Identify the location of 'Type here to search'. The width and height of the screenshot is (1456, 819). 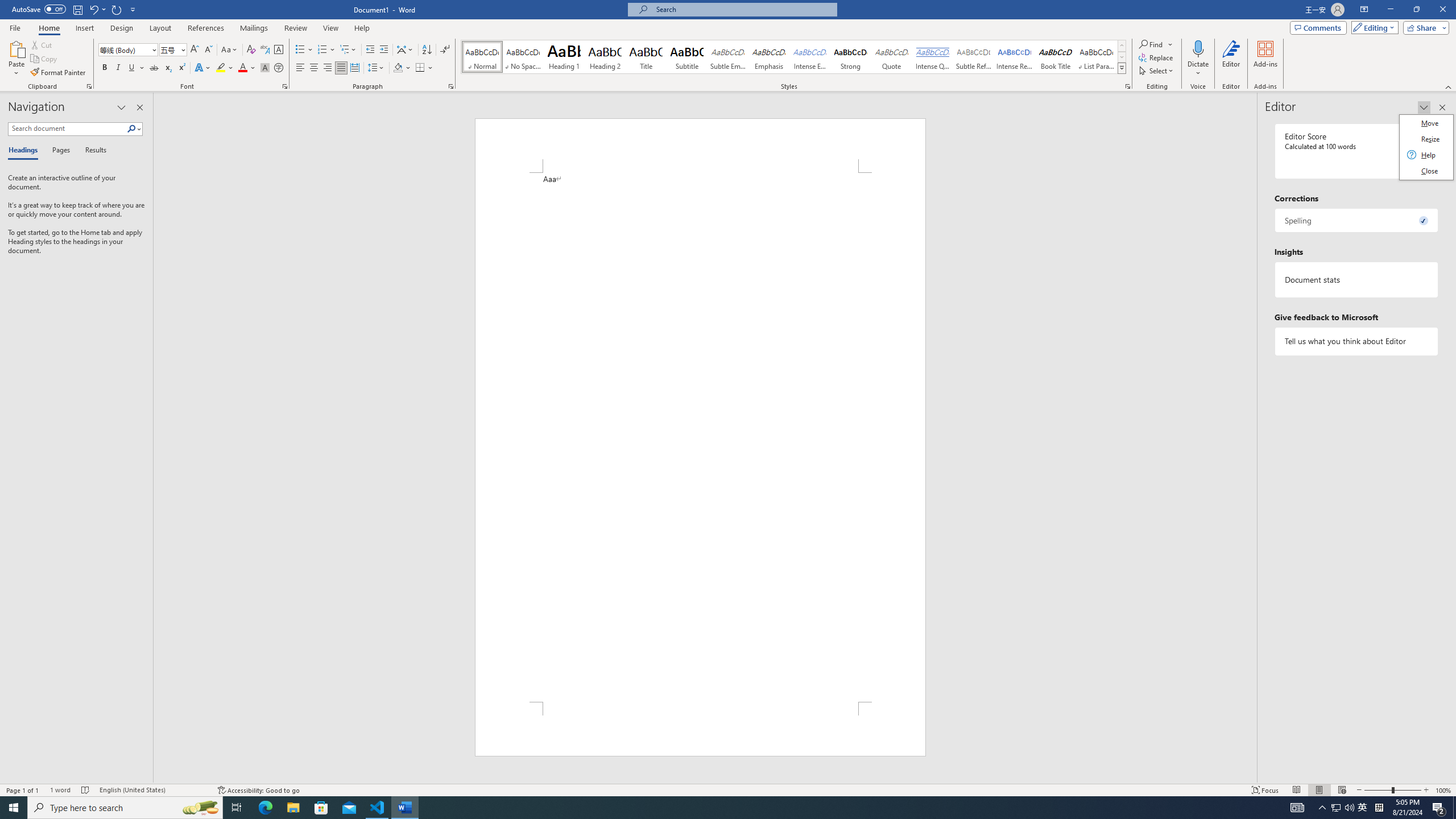
(125, 806).